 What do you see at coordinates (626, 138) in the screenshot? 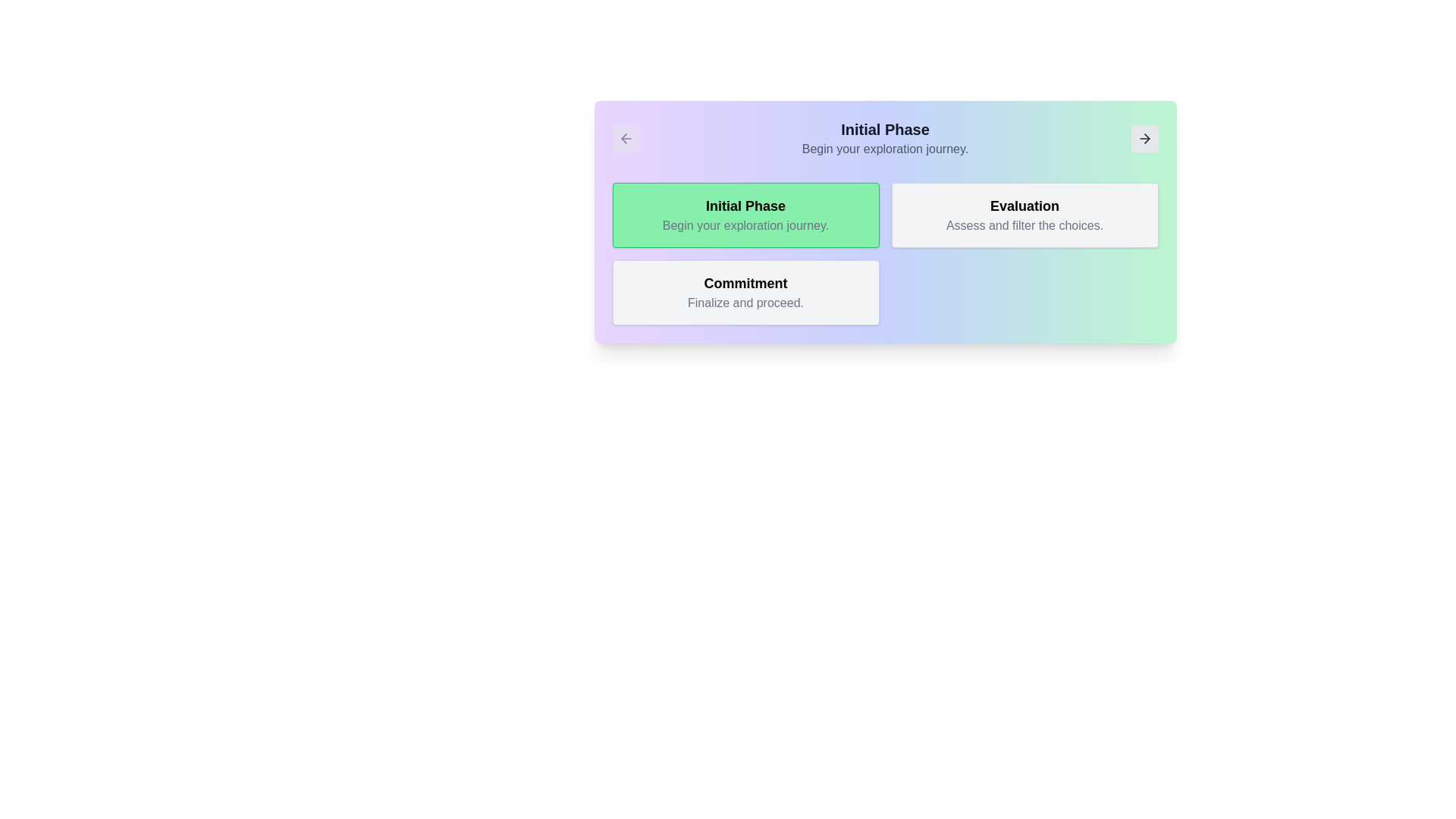
I see `the navigation button with an arrow icon located at the top-left corner of the card` at bounding box center [626, 138].